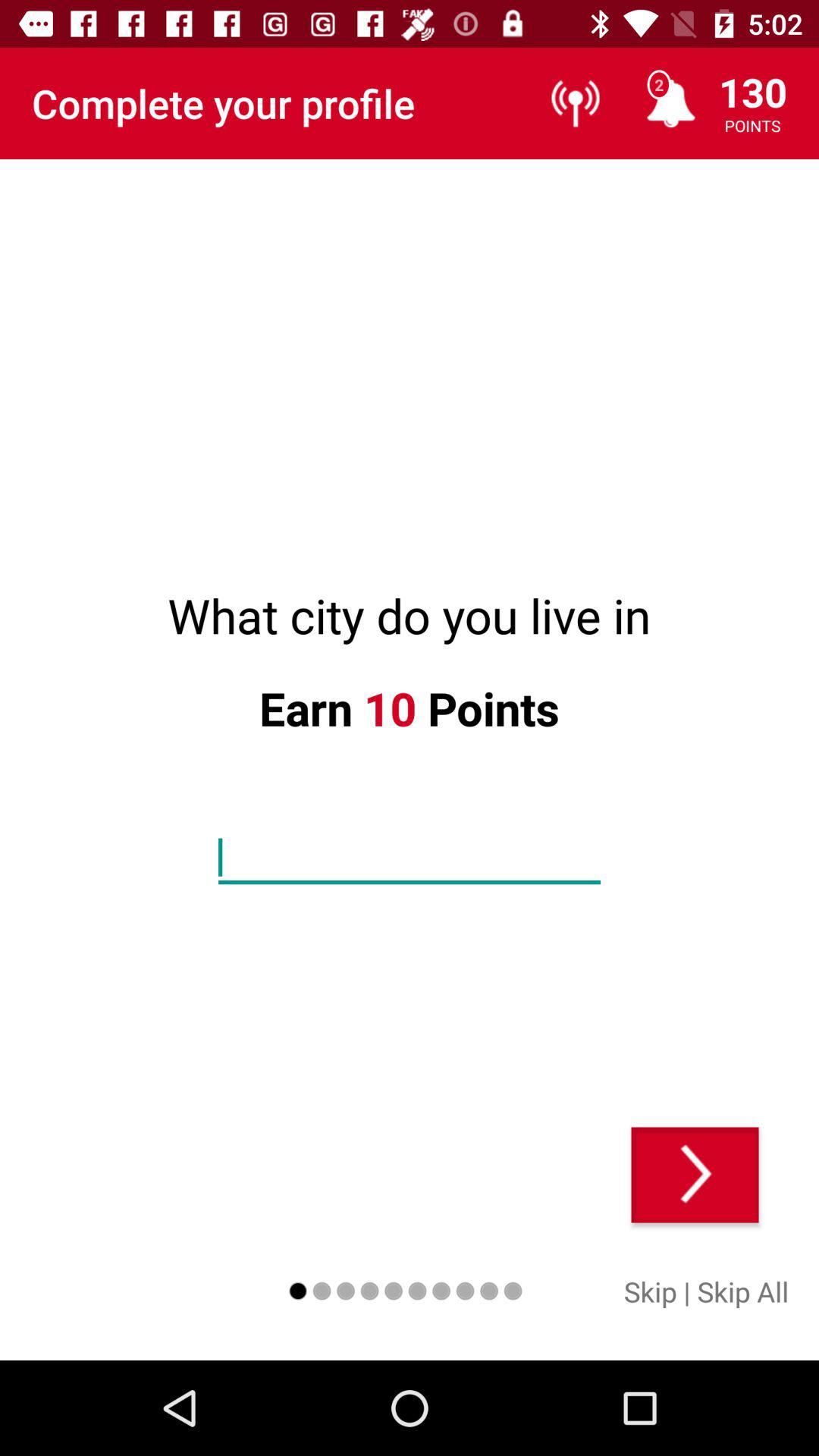 This screenshot has width=819, height=1456. Describe the element at coordinates (742, 1291) in the screenshot. I see `skip all item` at that location.